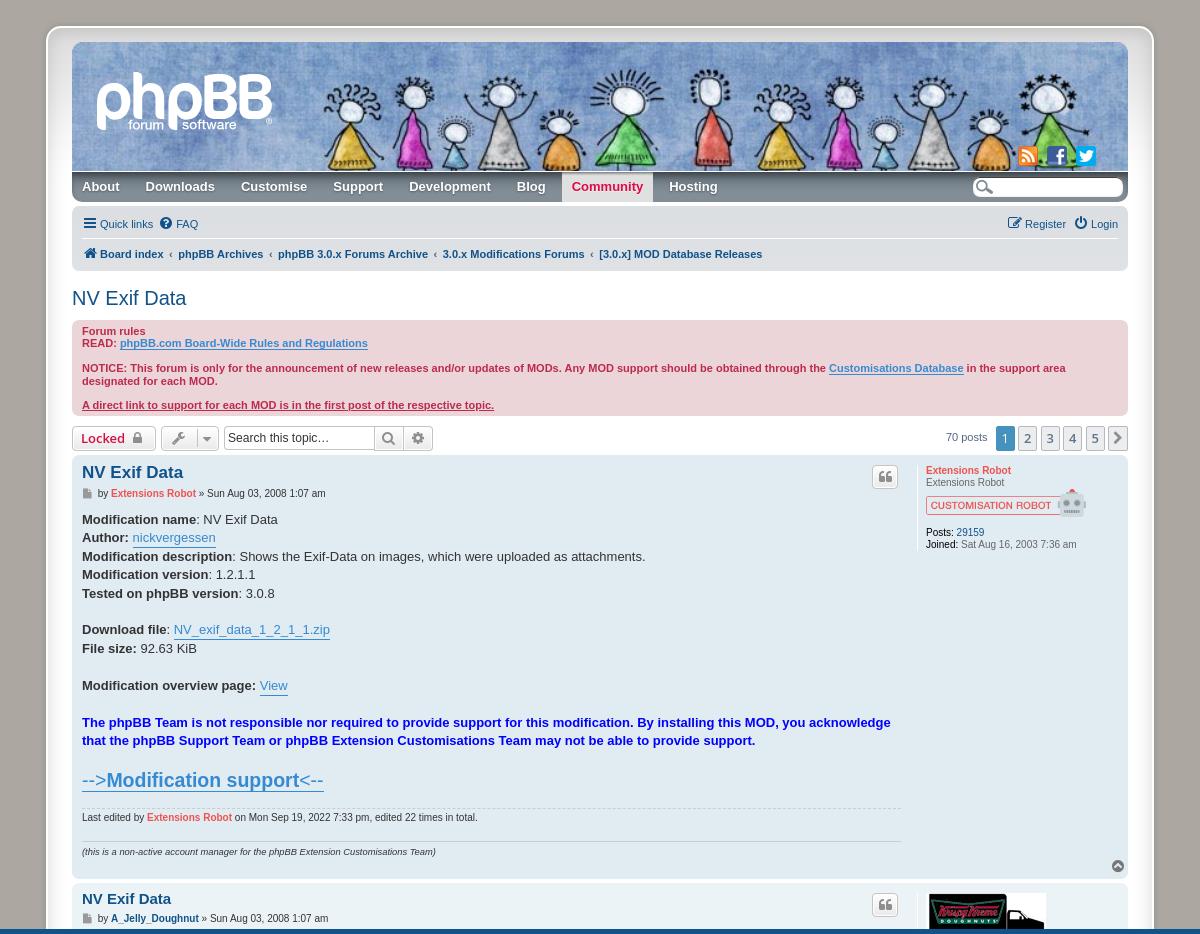 The width and height of the screenshot is (1200, 934). I want to click on 'The phpBB Team is not responsible nor required to provide support for this modification. By installing this MOD, you acknowledge that the phpBB Support Team or phpBB Extension Customisations Team may not be able to provide support.', so click(485, 731).